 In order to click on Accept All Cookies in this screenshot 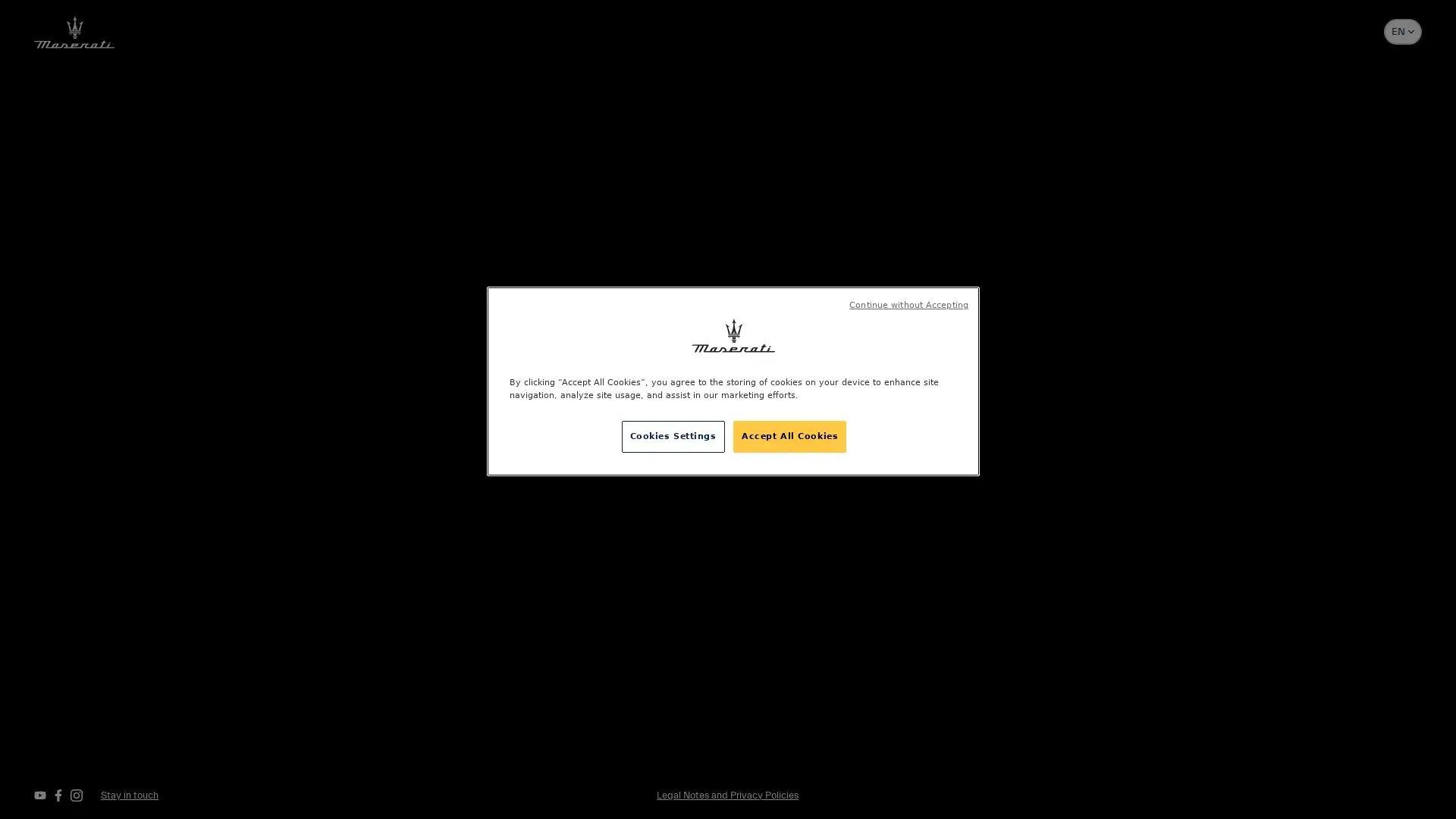, I will do `click(789, 436)`.